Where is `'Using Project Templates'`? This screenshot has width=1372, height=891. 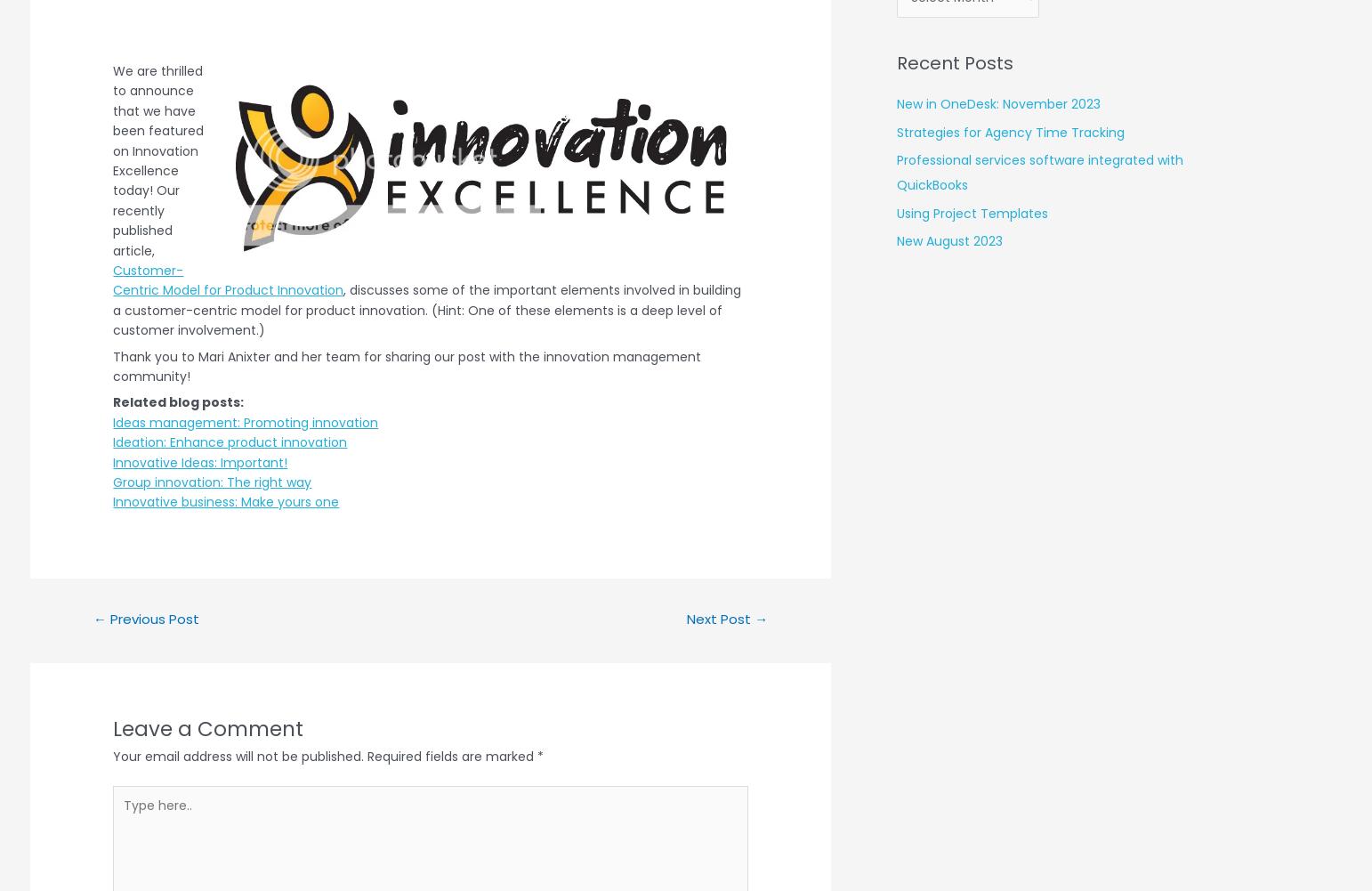 'Using Project Templates' is located at coordinates (971, 212).